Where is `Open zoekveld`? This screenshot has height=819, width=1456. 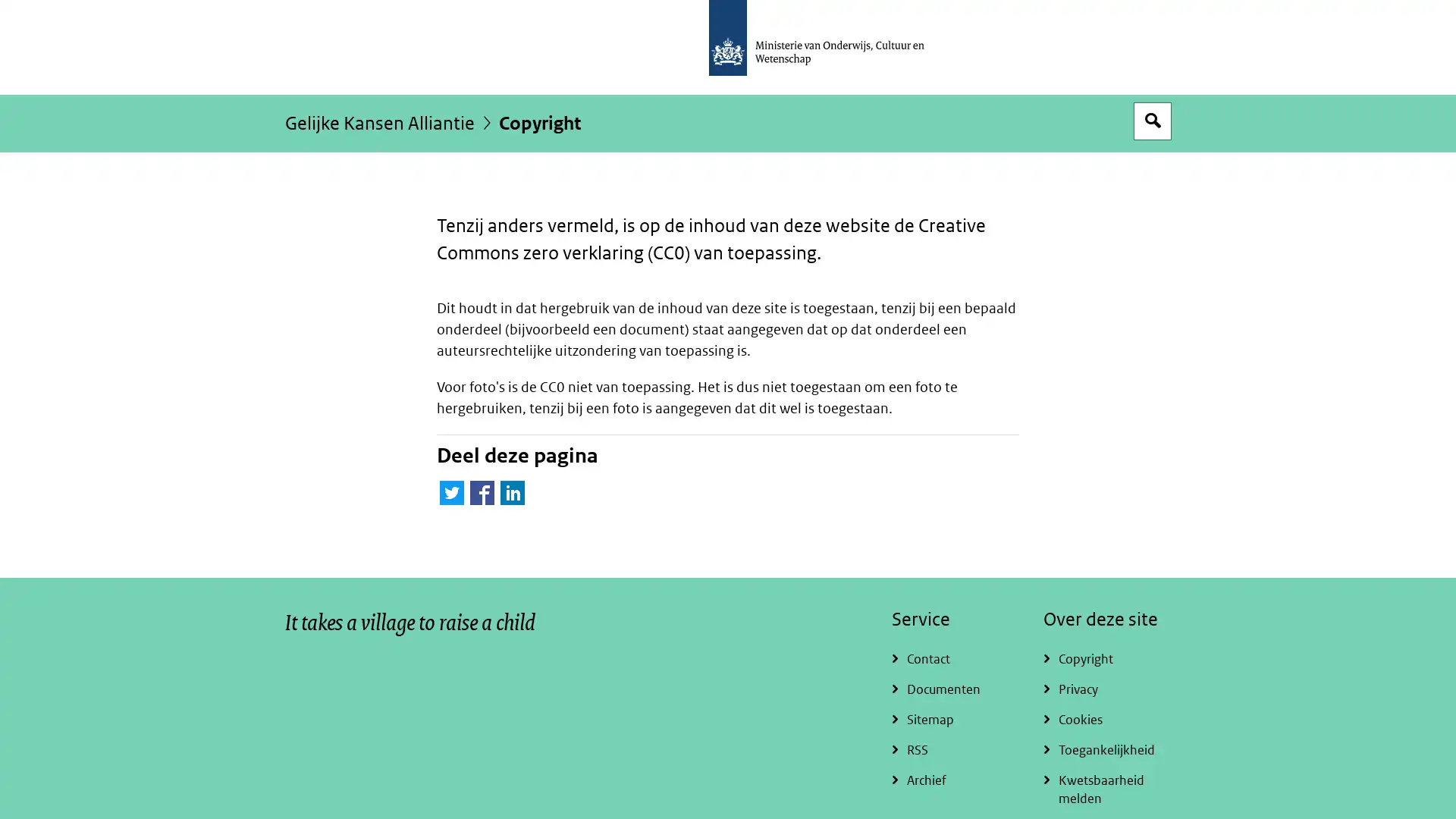 Open zoekveld is located at coordinates (1153, 120).